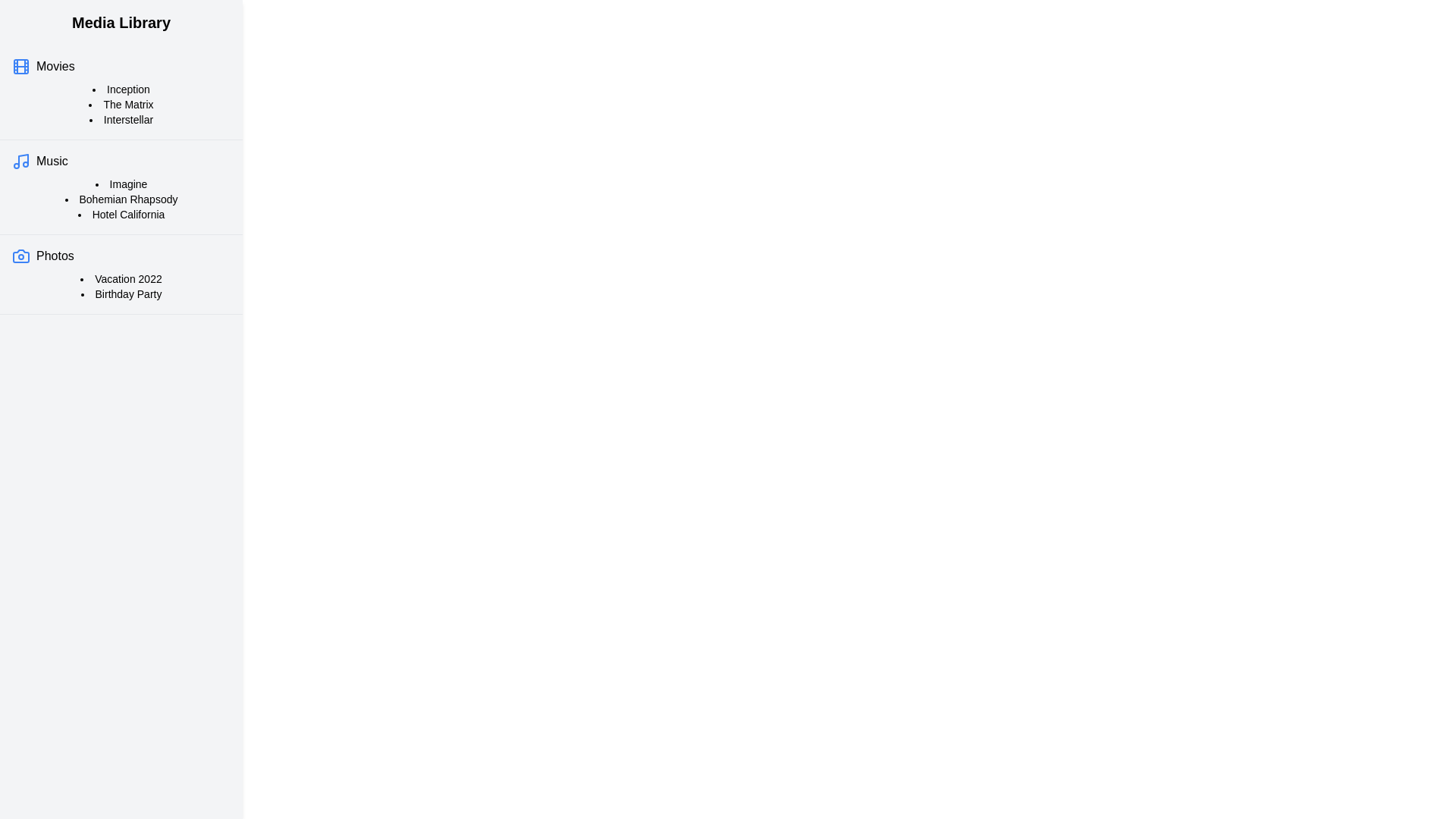  Describe the element at coordinates (30, 30) in the screenshot. I see `button in the top-left corner to toggle the drawer` at that location.